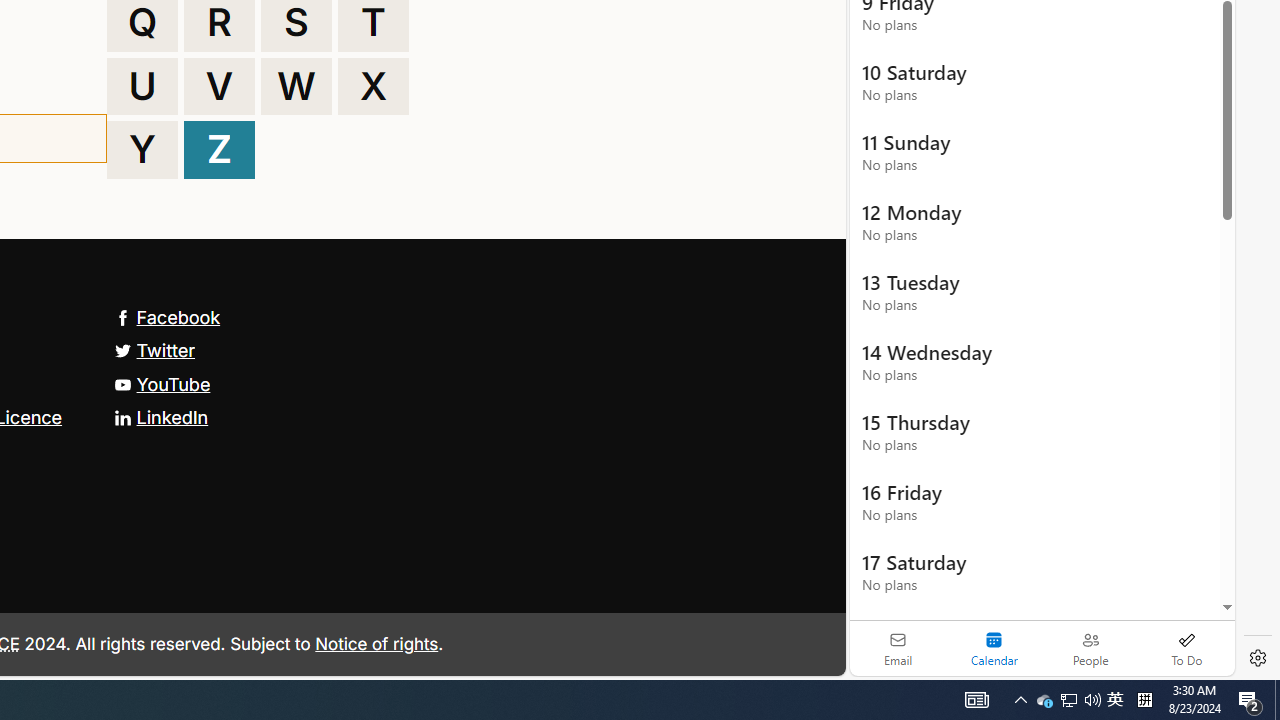 This screenshot has width=1280, height=720. Describe the element at coordinates (373, 85) in the screenshot. I see `'X'` at that location.